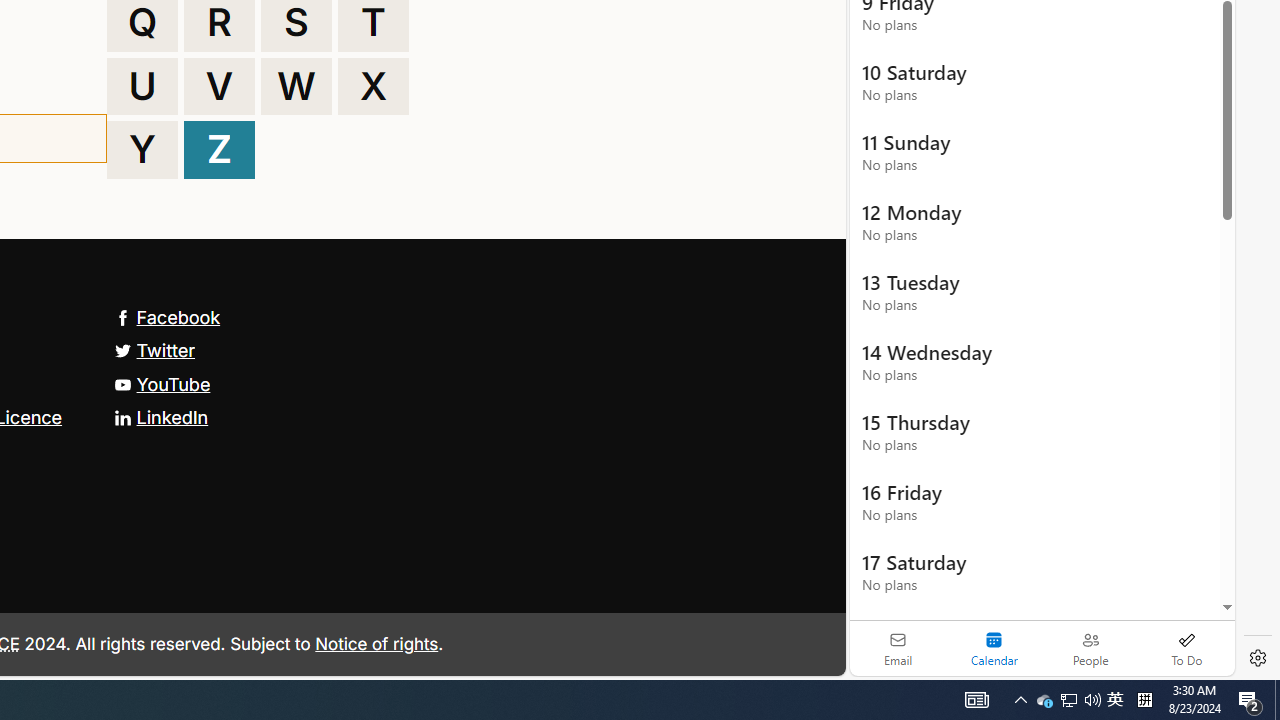 This screenshot has width=1280, height=720. Describe the element at coordinates (373, 85) in the screenshot. I see `'X'` at that location.